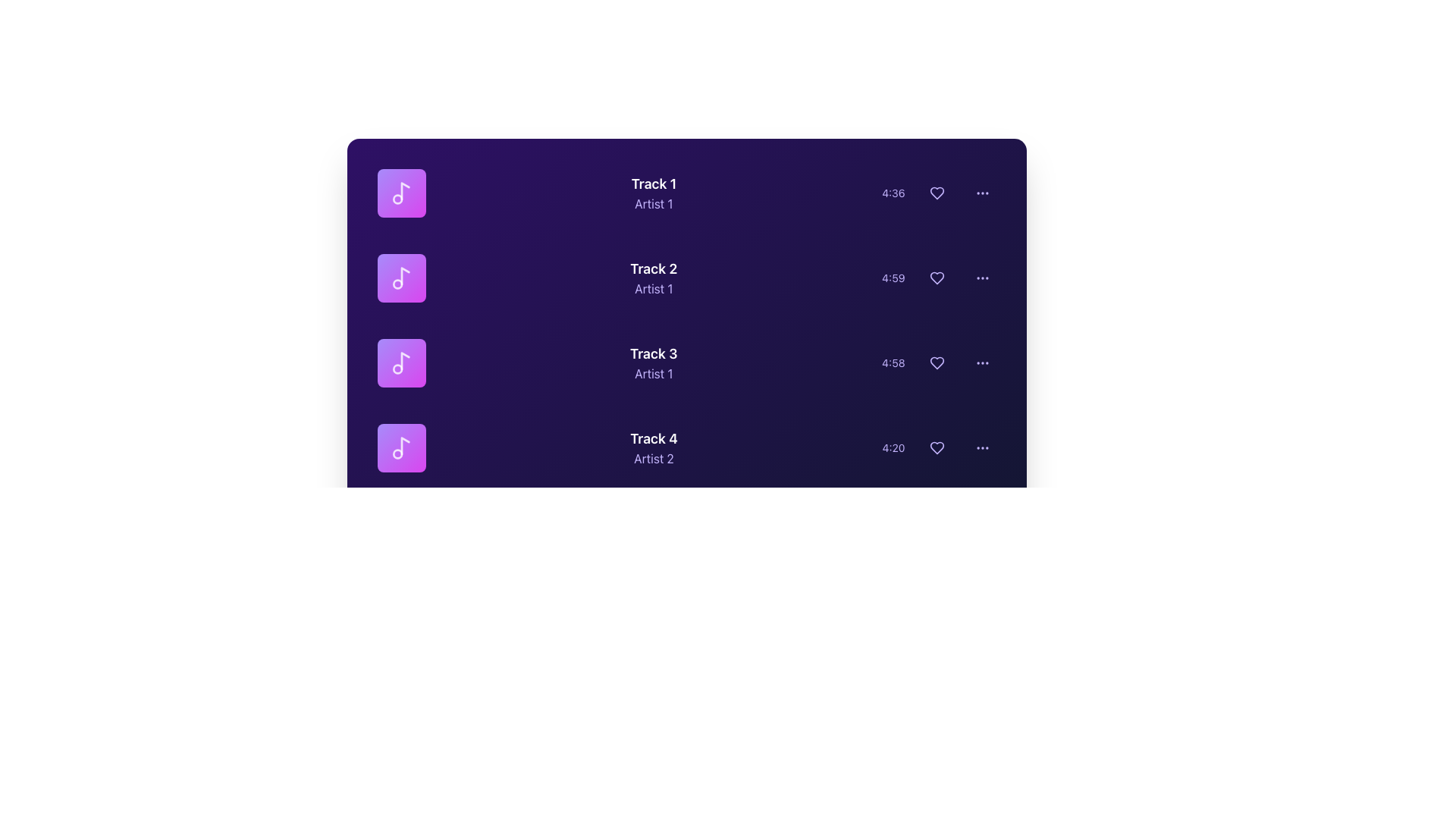 The image size is (1456, 819). What do you see at coordinates (936, 278) in the screenshot?
I see `the heart icon representing the 'like' functionality for the second music track in the music player interface to check if it highlights` at bounding box center [936, 278].